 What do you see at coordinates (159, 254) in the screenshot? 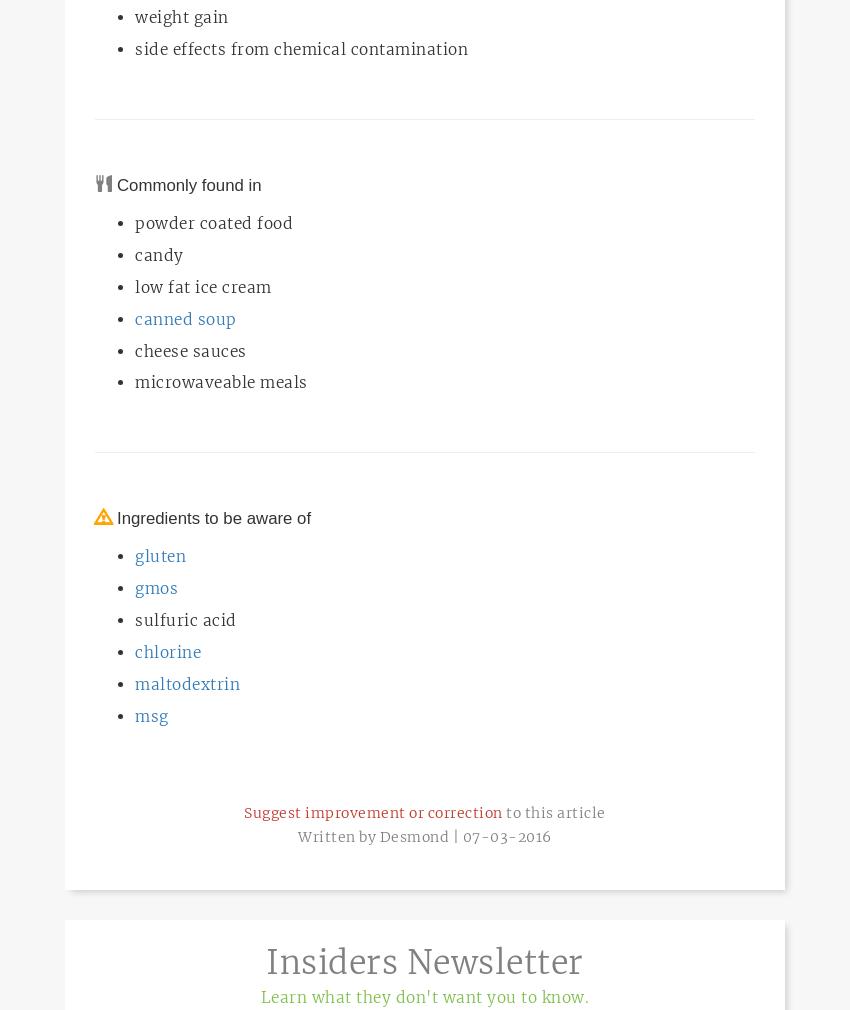
I see `'candy'` at bounding box center [159, 254].